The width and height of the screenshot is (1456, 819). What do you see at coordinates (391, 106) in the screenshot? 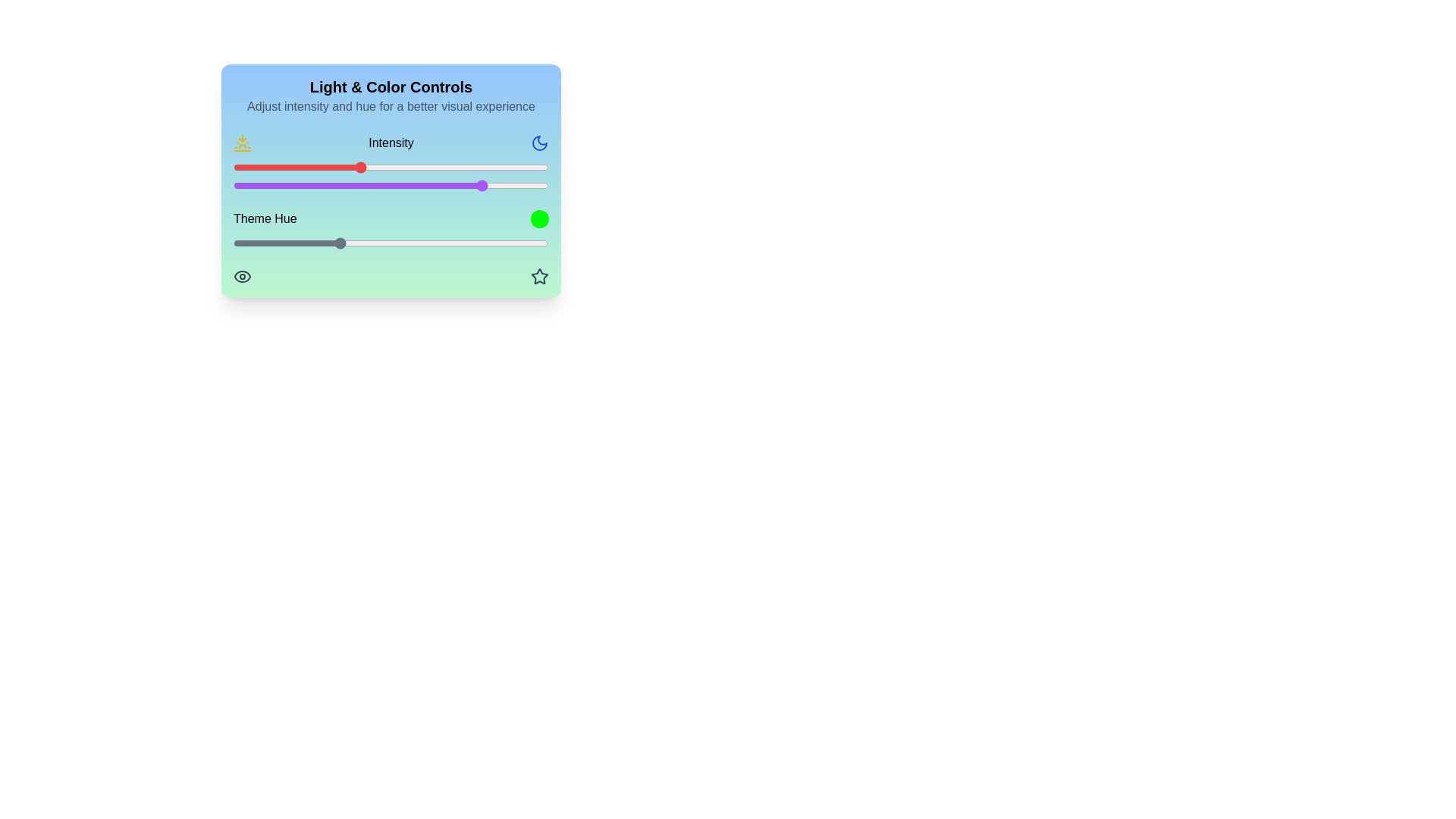
I see `the descriptive text label stating 'Adjust intensity and hue for a better visual experience', which is styled with a gray font and positioned under the heading 'Light & Color Controls'` at bounding box center [391, 106].